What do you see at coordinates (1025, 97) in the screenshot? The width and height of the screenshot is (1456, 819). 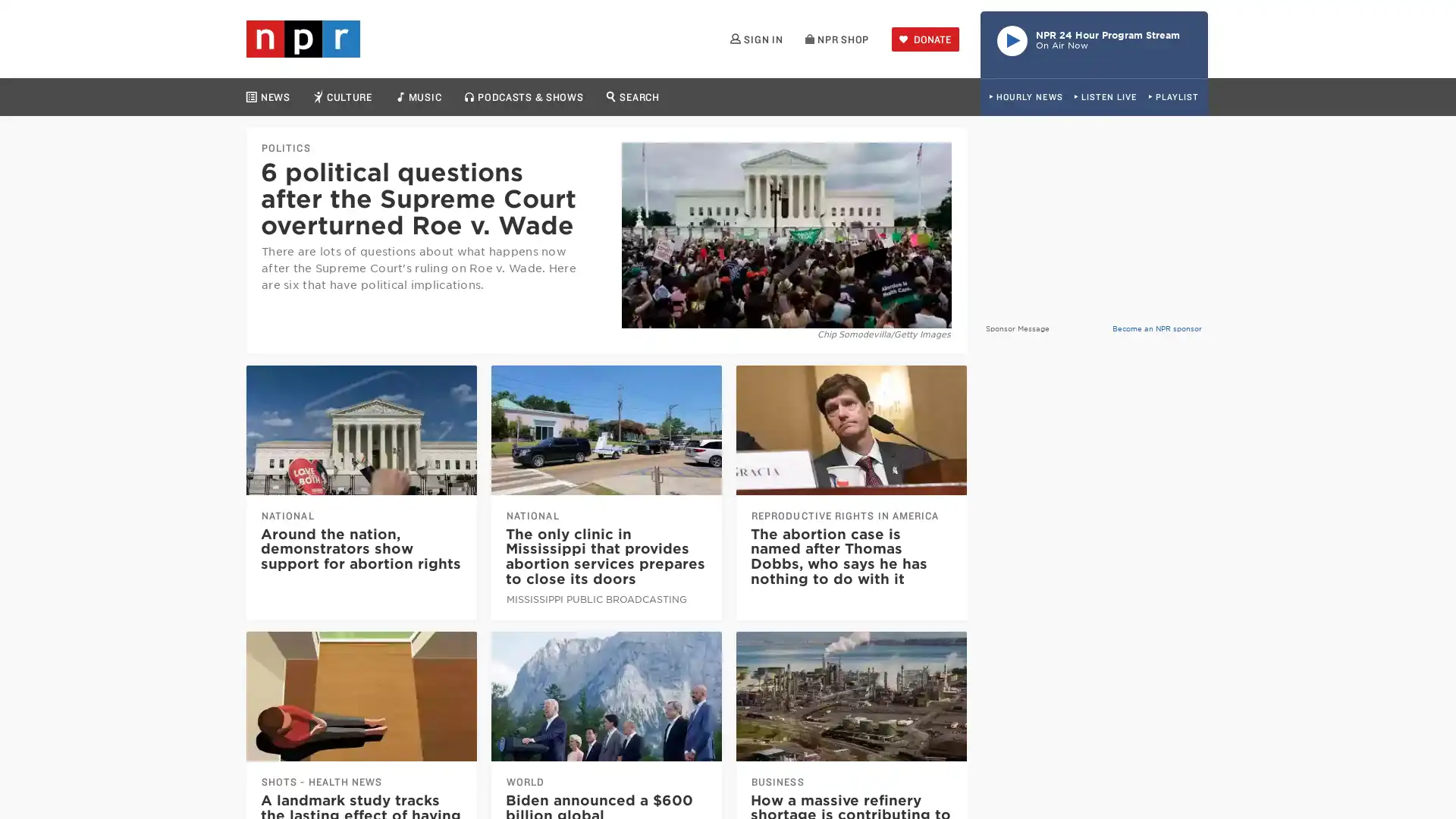 I see `HOURLY NEWS` at bounding box center [1025, 97].